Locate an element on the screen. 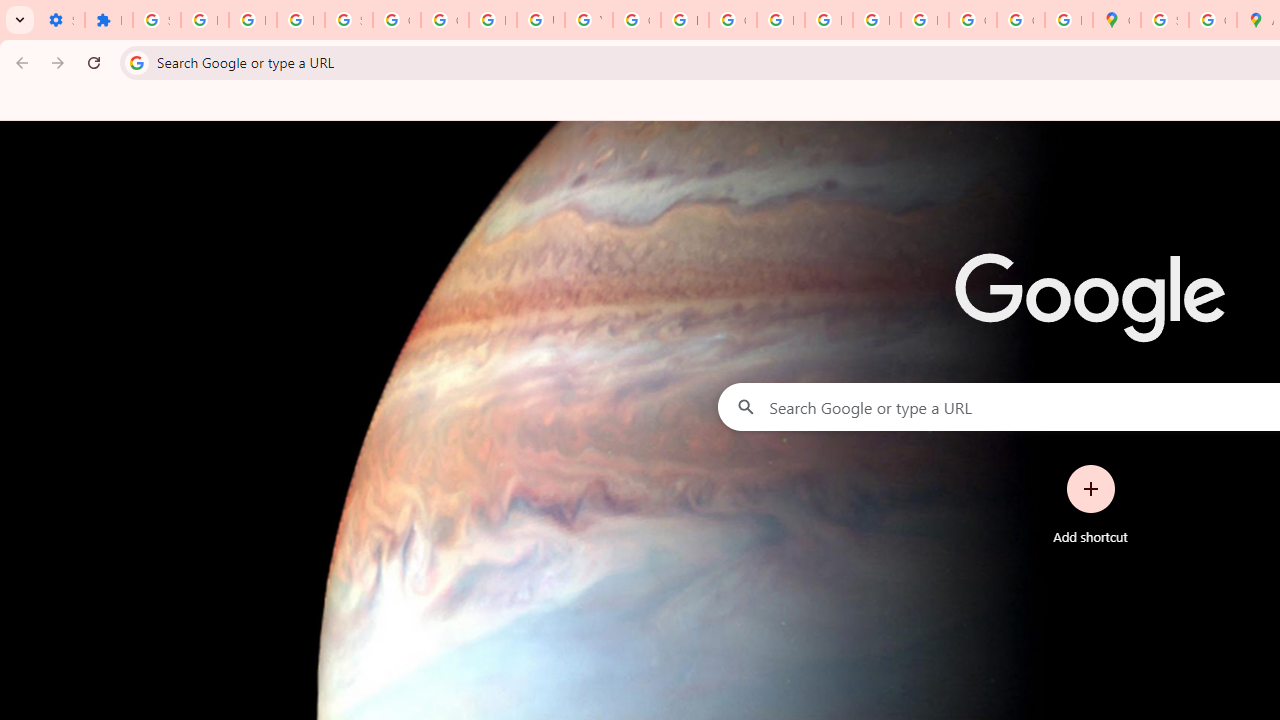 The width and height of the screenshot is (1280, 720). 'Google Account Help' is located at coordinates (443, 20).